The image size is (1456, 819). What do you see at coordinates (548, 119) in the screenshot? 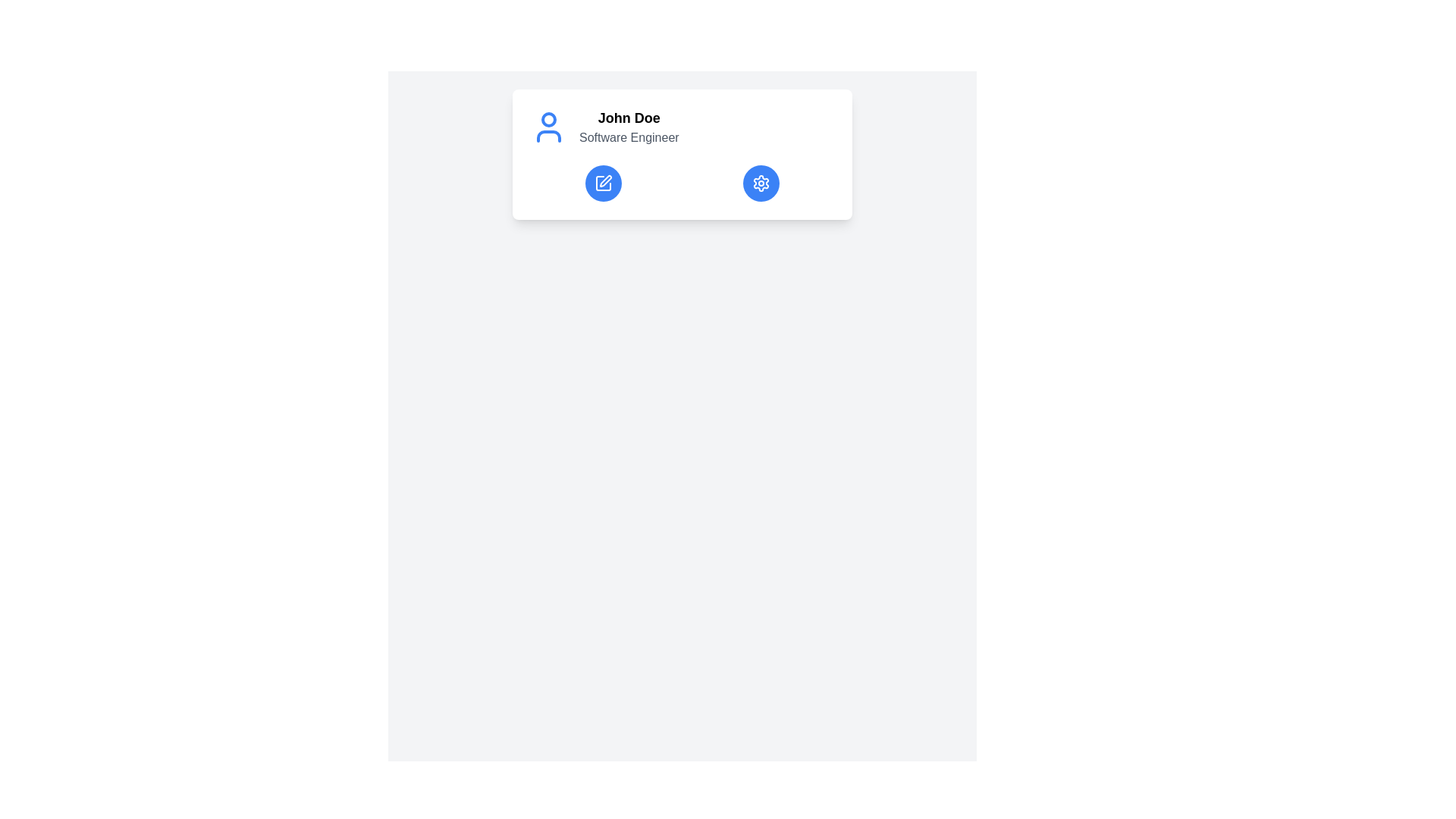
I see `the SVG Circle that represents the head part of a user icon, located in the upper part of the card to the left of the user name and designation` at bounding box center [548, 119].